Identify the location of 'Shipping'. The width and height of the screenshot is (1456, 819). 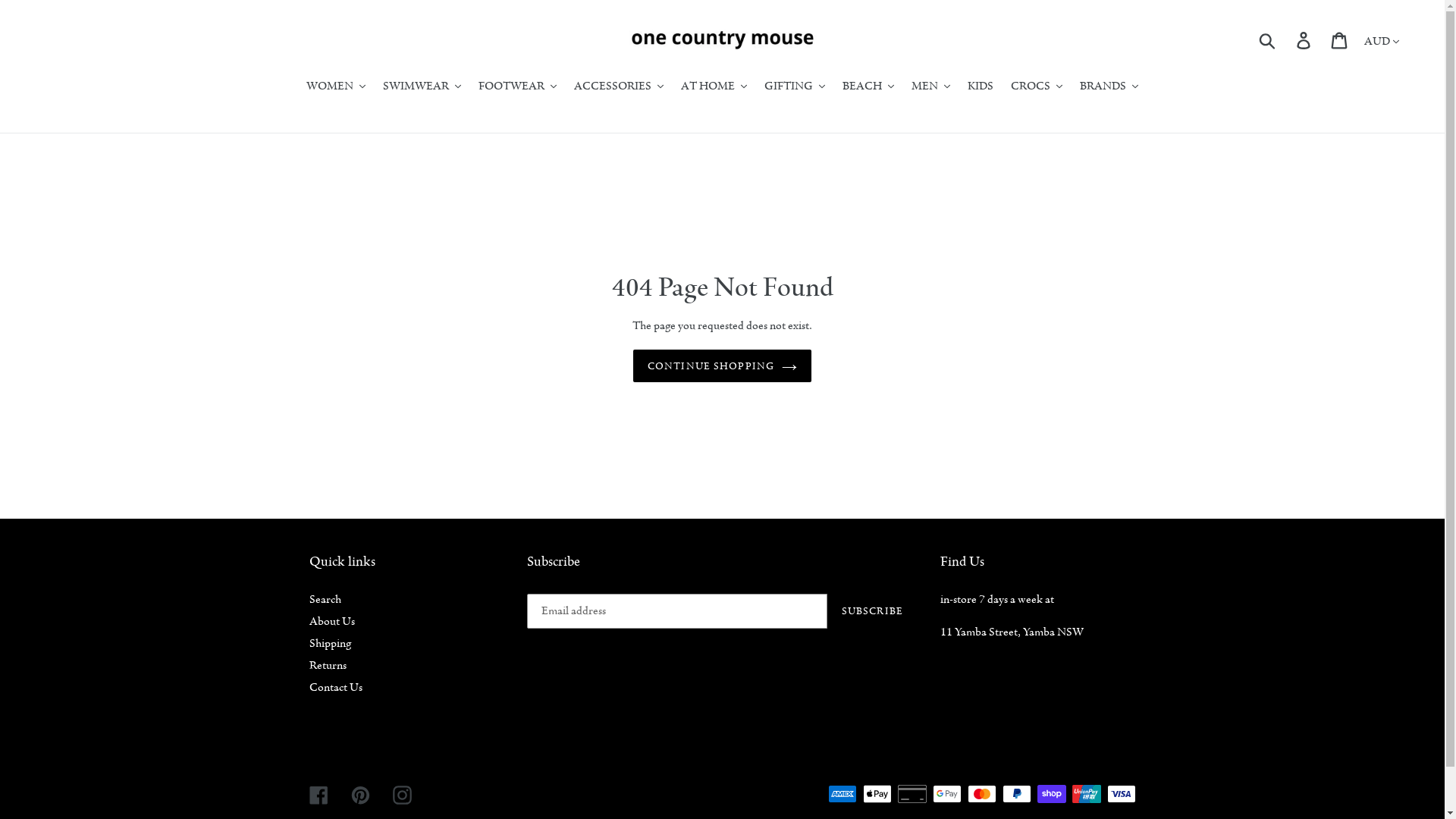
(329, 643).